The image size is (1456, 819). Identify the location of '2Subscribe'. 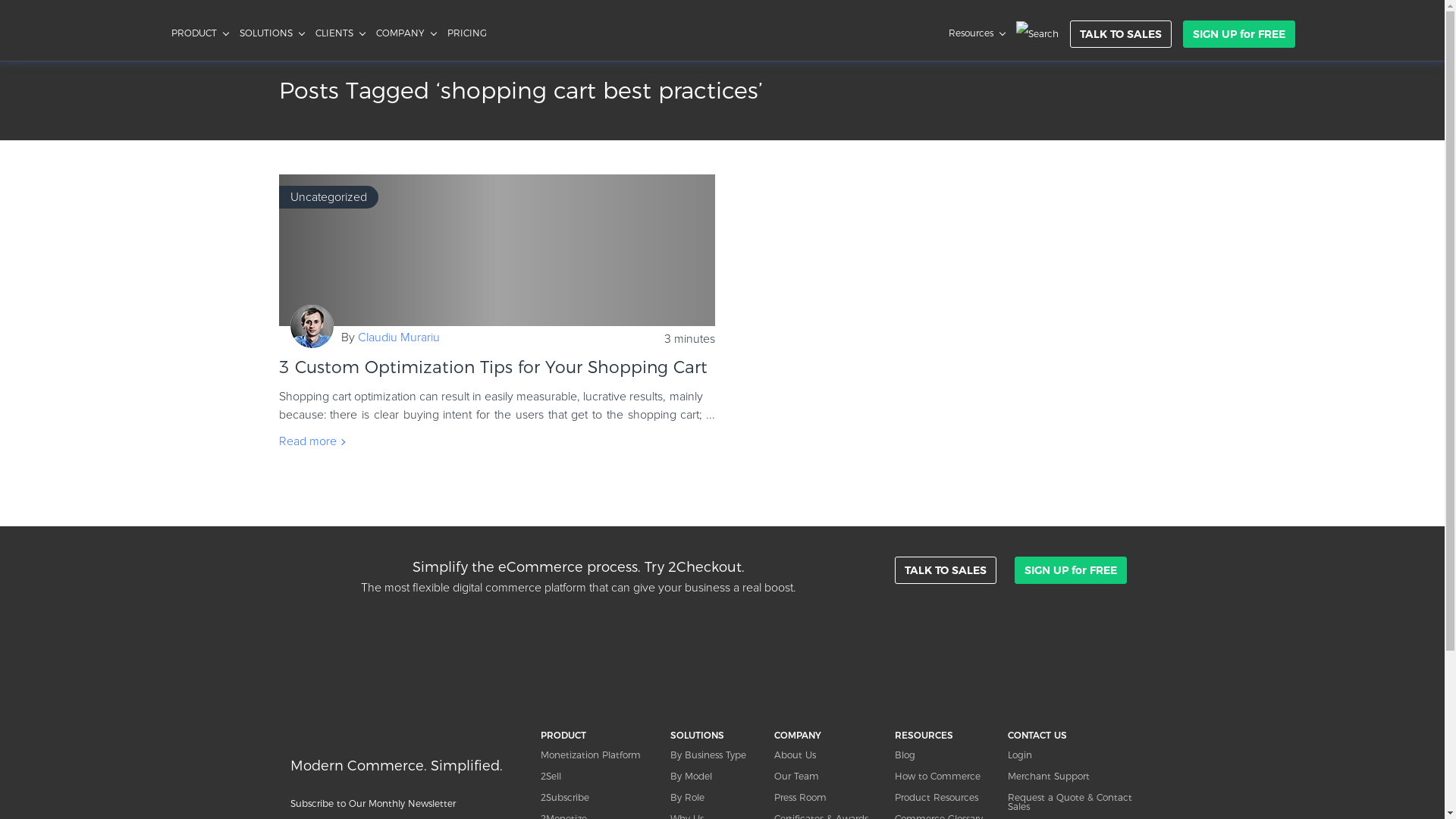
(596, 797).